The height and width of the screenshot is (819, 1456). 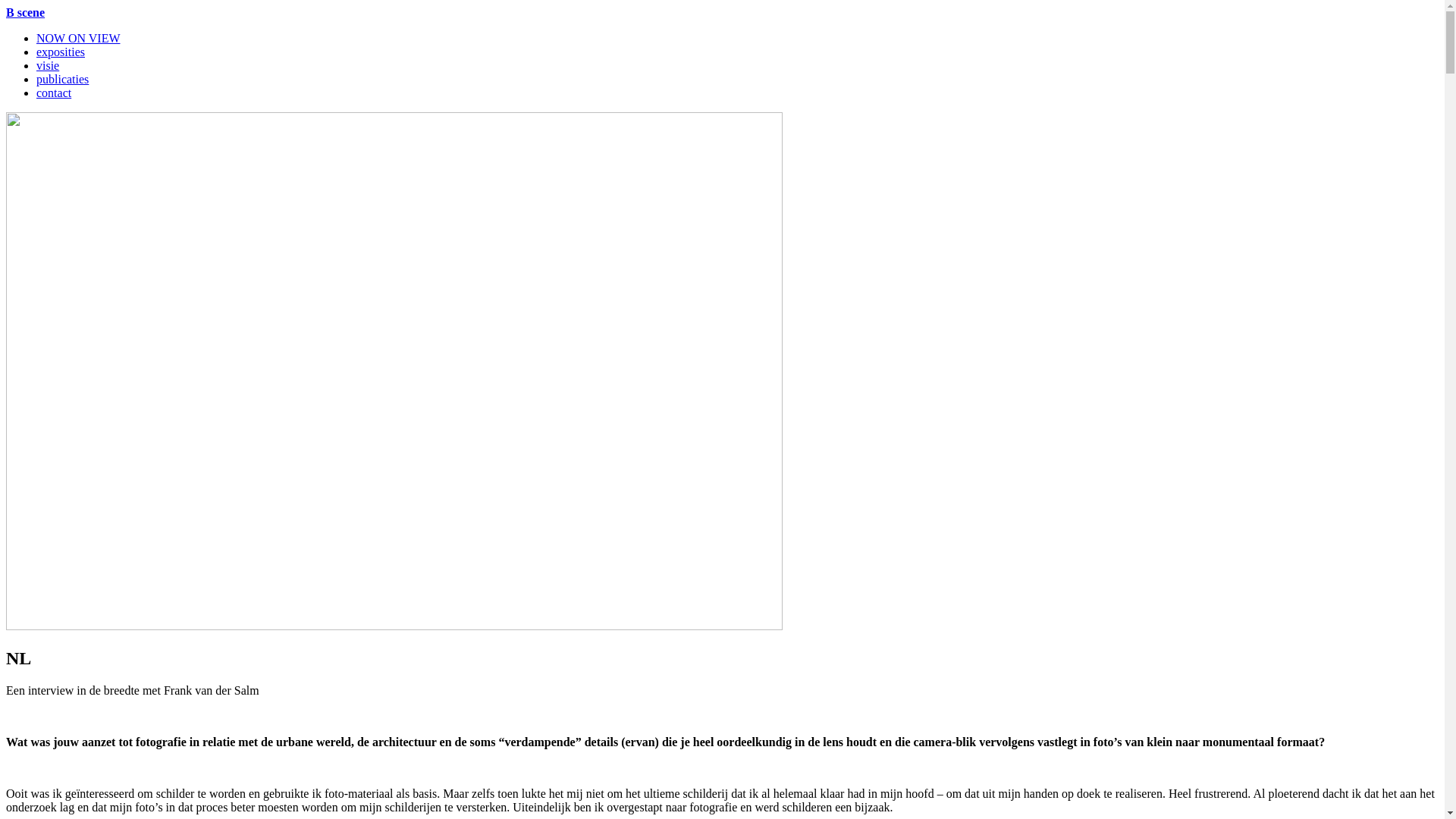 I want to click on 'B scene', so click(x=6, y=12).